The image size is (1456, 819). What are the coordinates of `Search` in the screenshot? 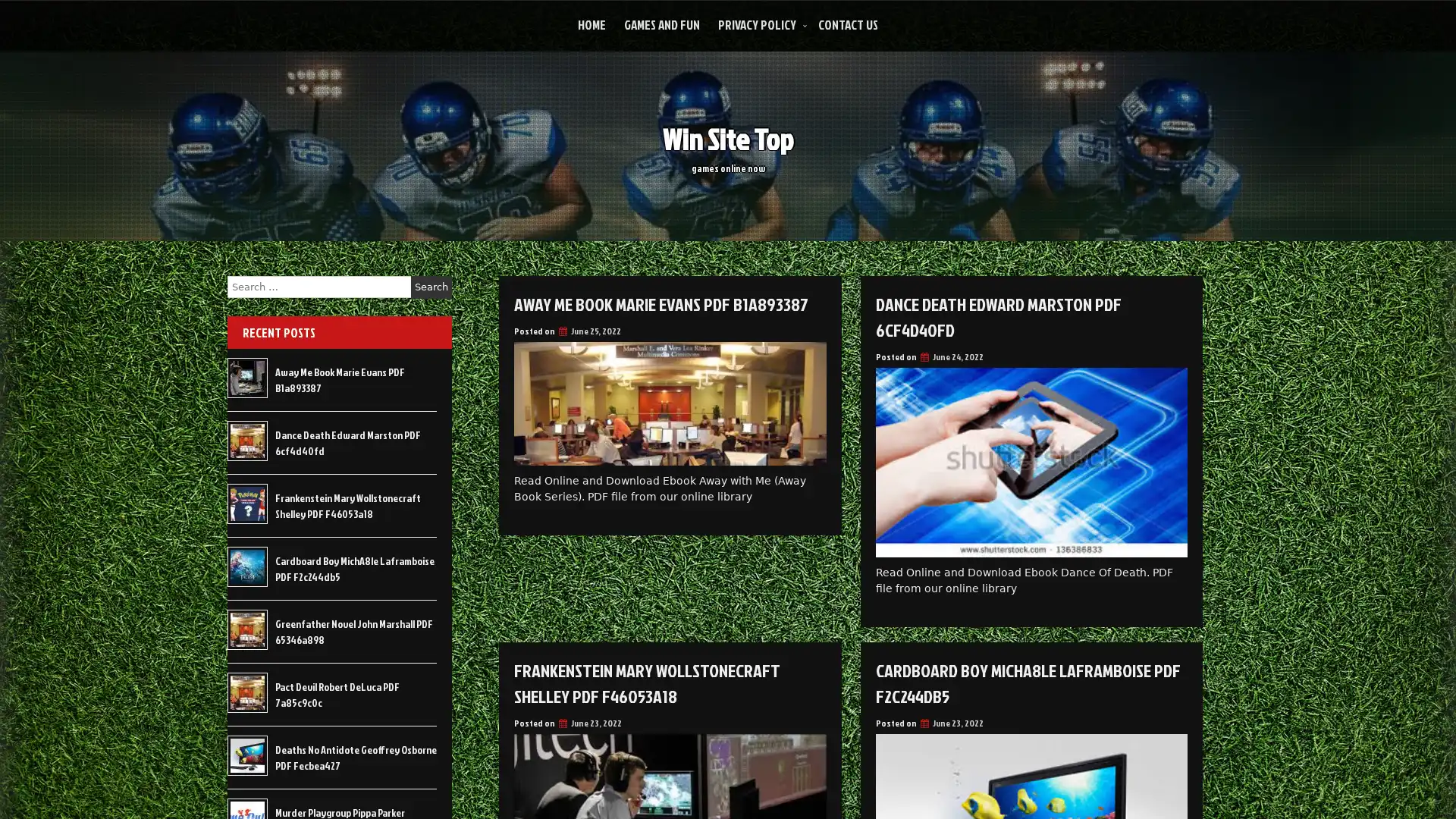 It's located at (431, 287).